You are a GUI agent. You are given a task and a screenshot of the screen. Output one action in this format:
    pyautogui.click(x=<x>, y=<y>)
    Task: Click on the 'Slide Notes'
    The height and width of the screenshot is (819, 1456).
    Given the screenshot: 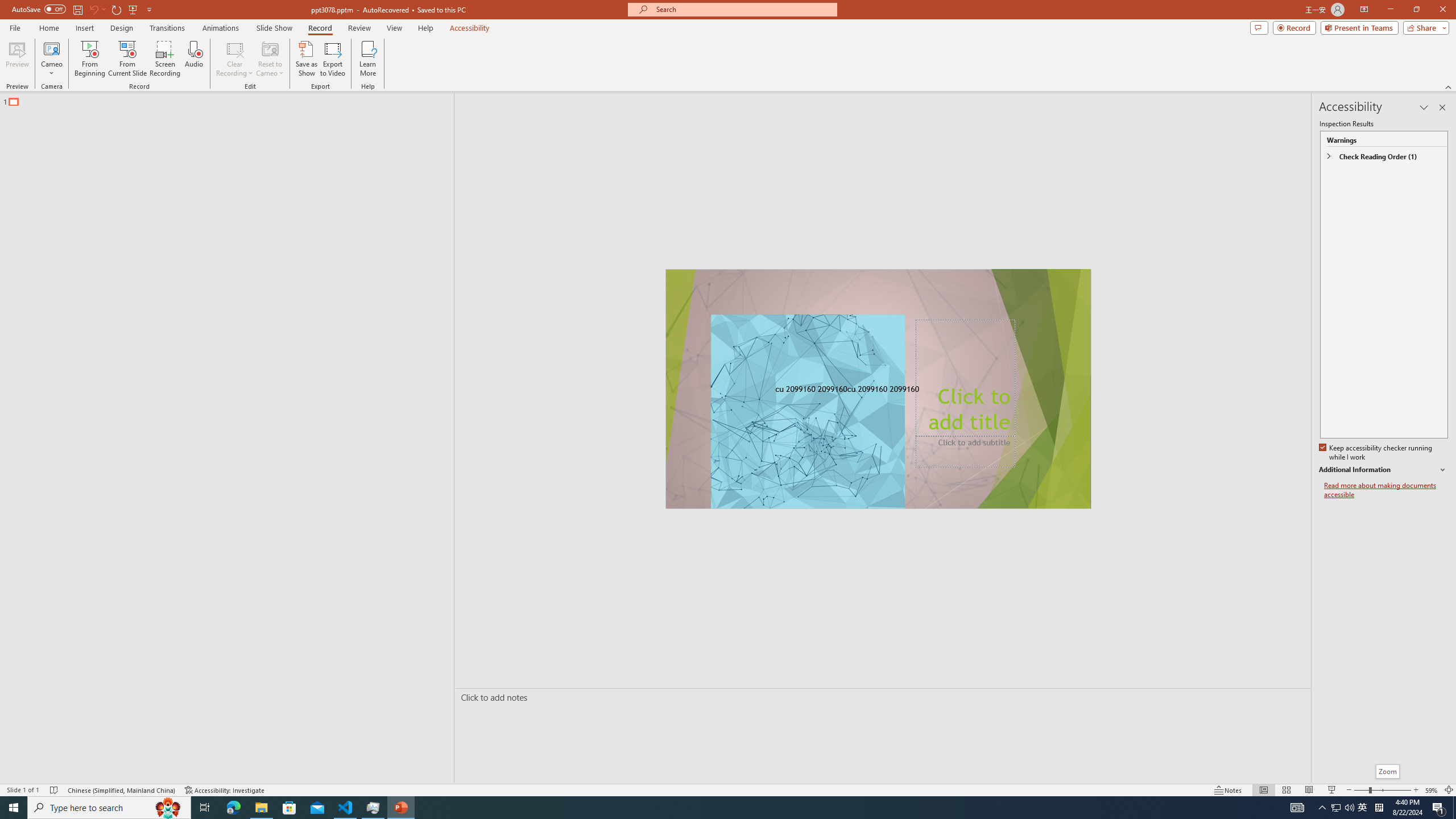 What is the action you would take?
    pyautogui.click(x=880, y=697)
    